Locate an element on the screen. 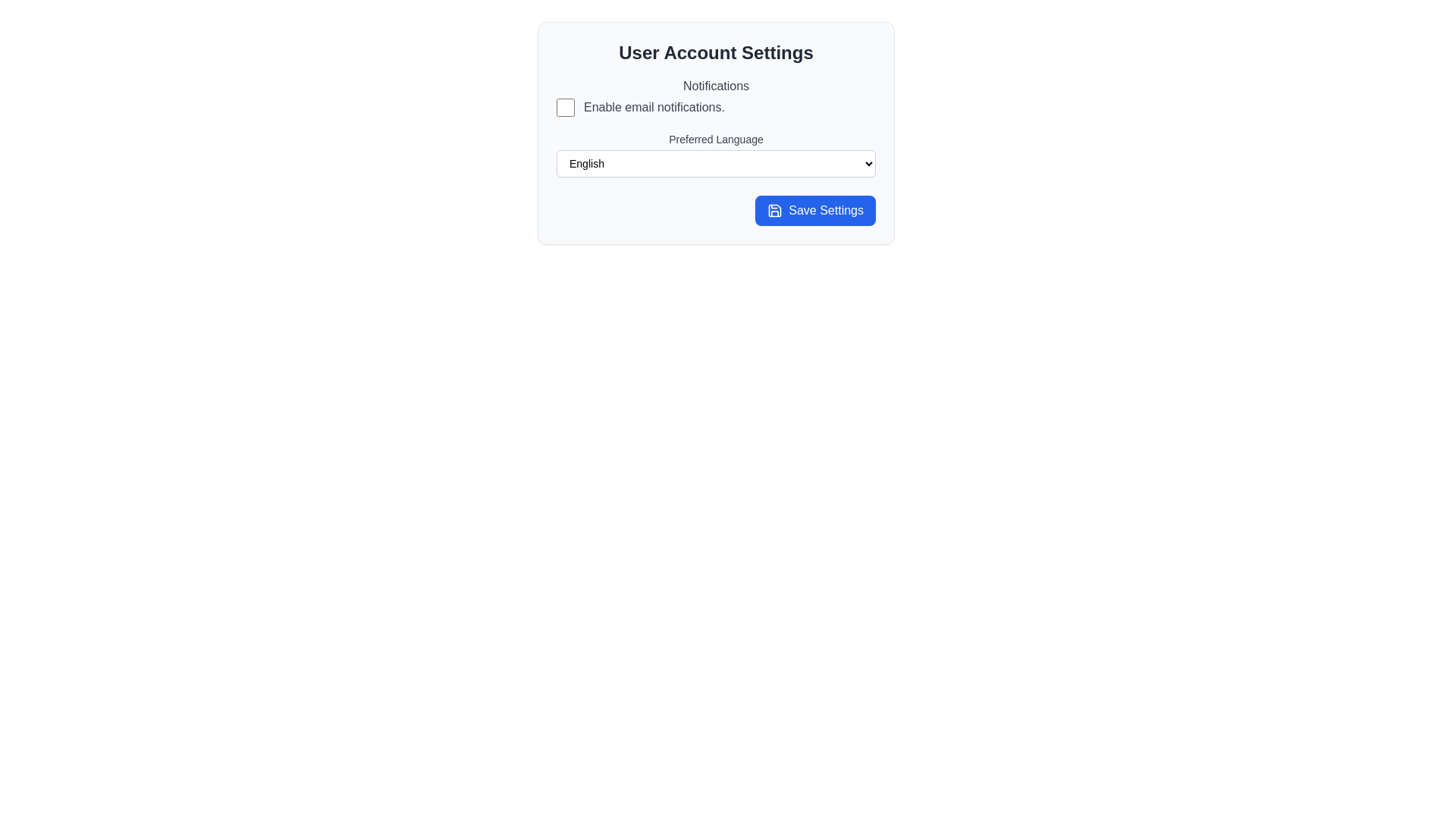 This screenshot has height=819, width=1456. the Dropdown menu for selecting preferred language, located below the 'Enable email notifications' checkbox and above the 'Save Settings' button is located at coordinates (715, 155).